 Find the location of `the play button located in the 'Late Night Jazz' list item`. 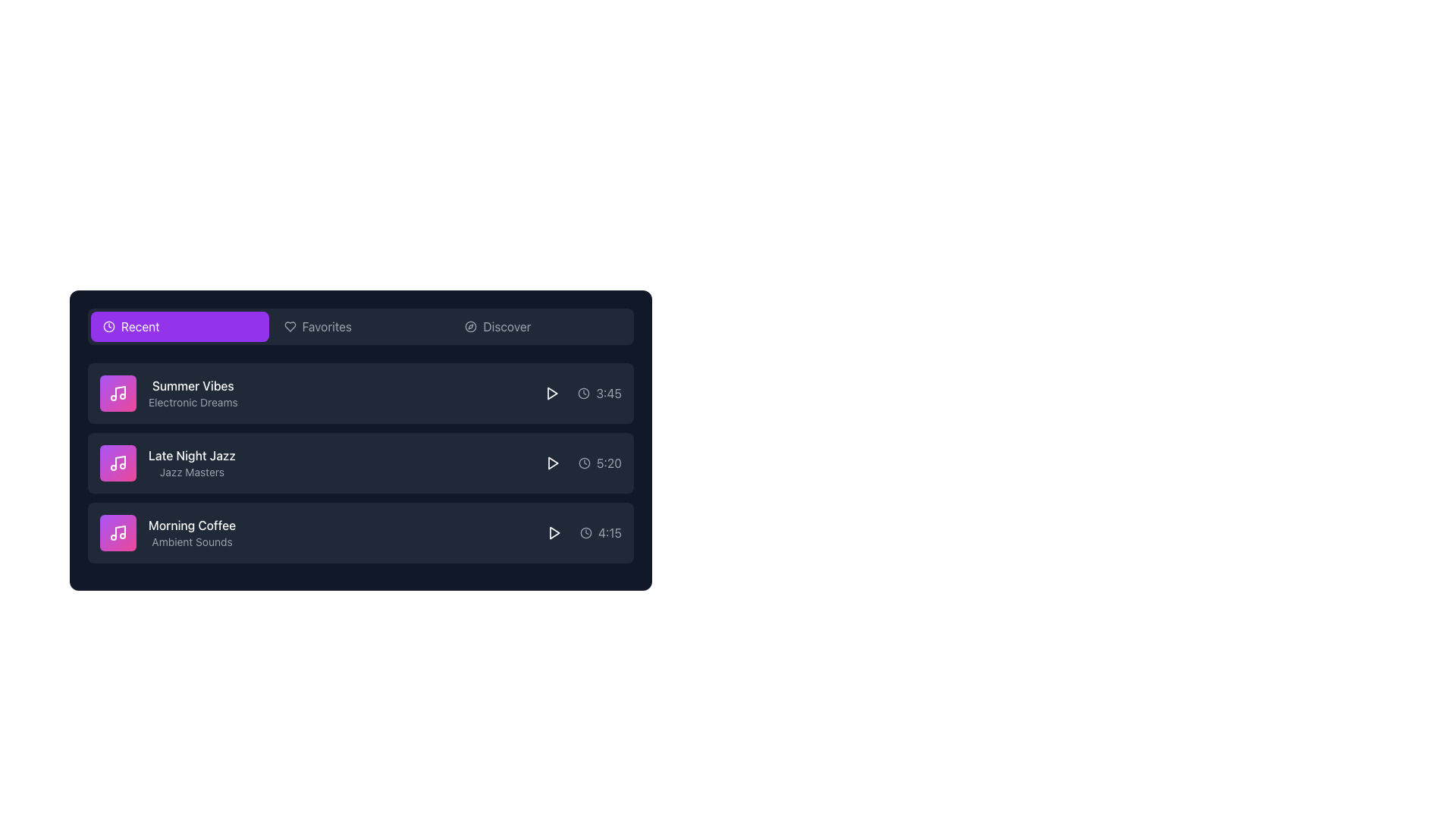

the play button located in the 'Late Night Jazz' list item is located at coordinates (551, 462).